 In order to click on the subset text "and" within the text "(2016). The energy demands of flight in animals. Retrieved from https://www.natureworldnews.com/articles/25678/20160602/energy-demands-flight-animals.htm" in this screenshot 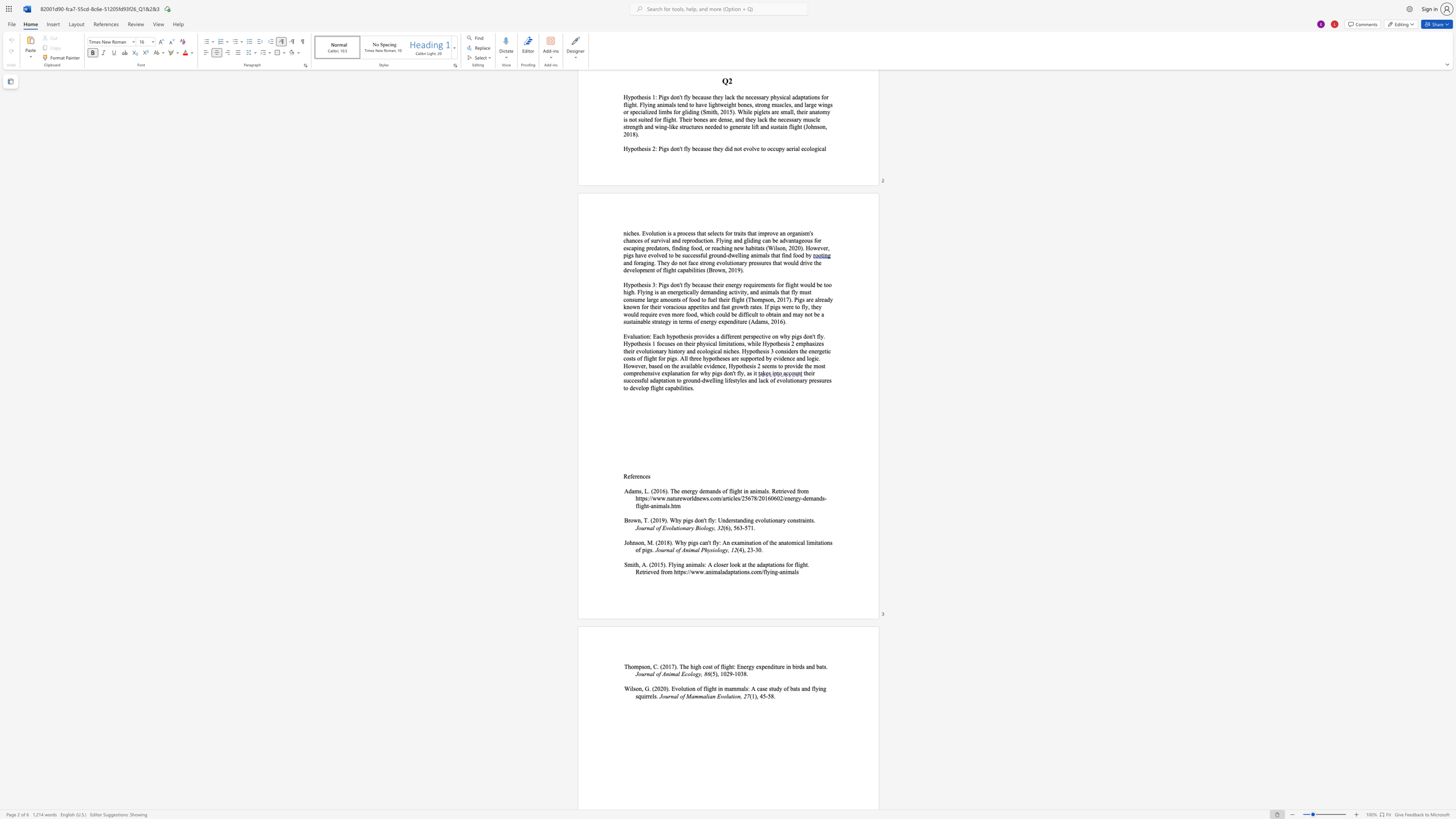, I will do `click(813, 498)`.